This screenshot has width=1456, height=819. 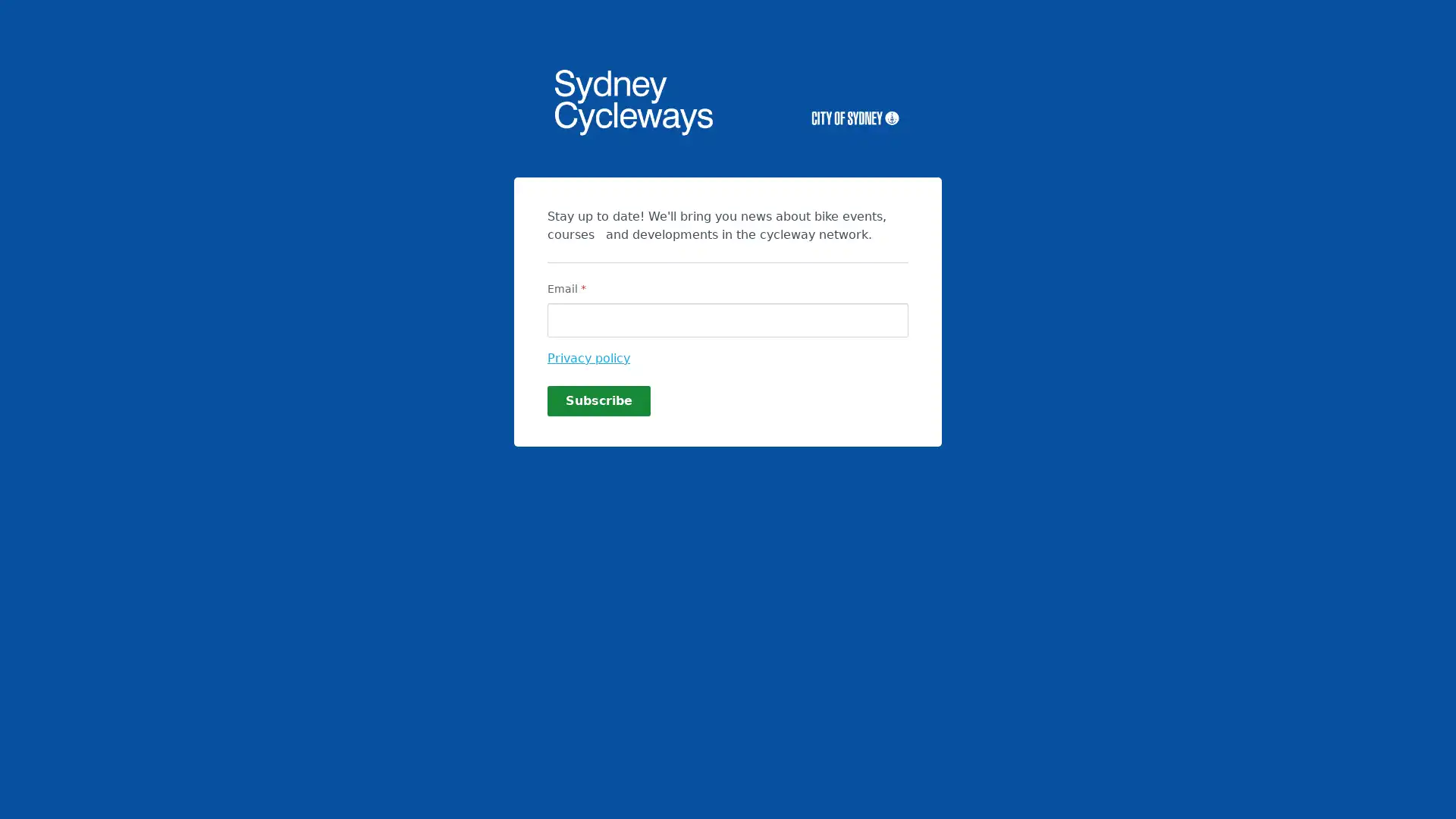 What do you see at coordinates (598, 400) in the screenshot?
I see `Subscribe` at bounding box center [598, 400].